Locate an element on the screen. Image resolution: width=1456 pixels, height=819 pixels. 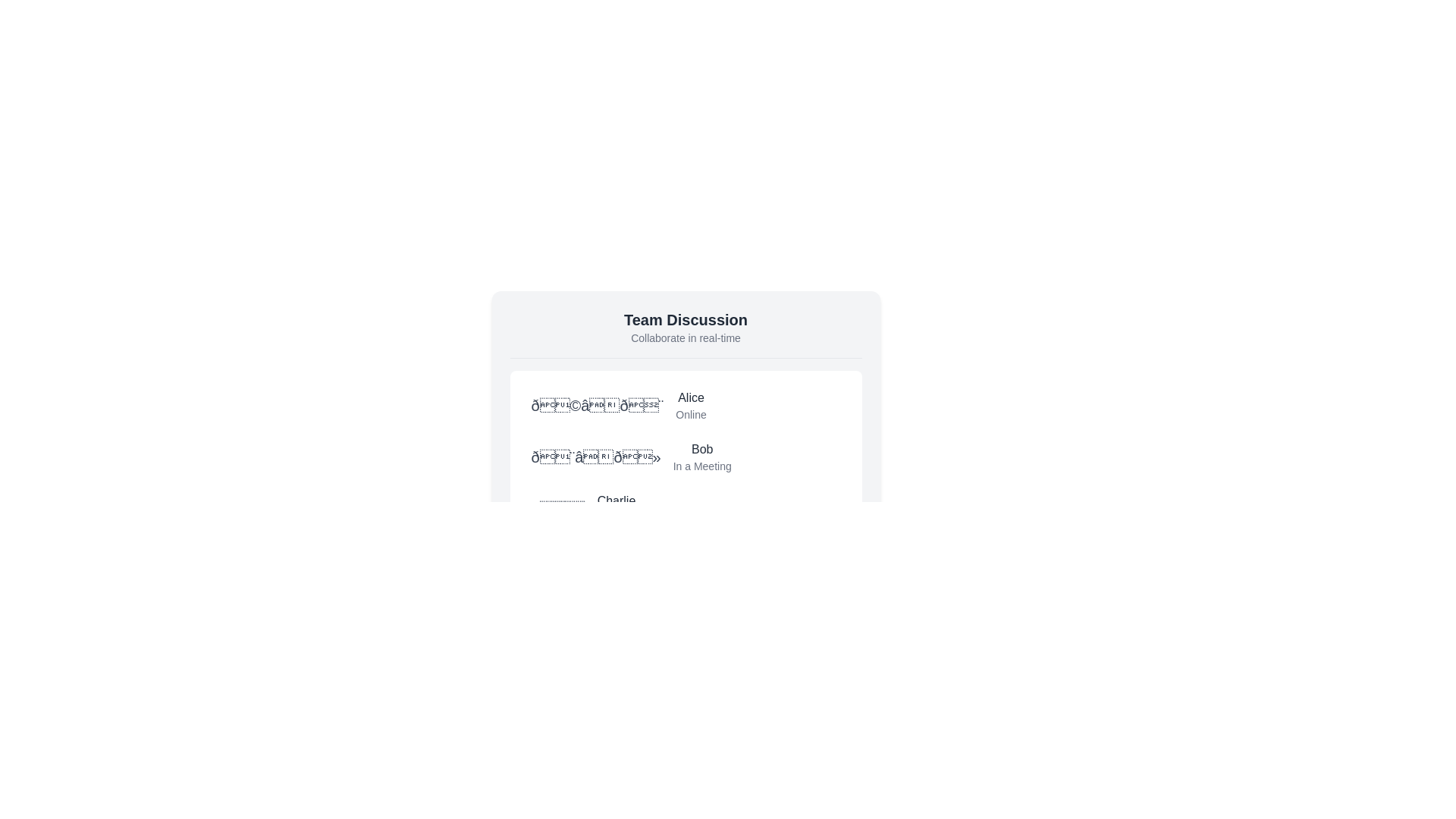
the A list item displaying 'Bob' with the status indicator indicating he is 'In a Meeting', located in the 'Team Discussion' box is located at coordinates (685, 456).